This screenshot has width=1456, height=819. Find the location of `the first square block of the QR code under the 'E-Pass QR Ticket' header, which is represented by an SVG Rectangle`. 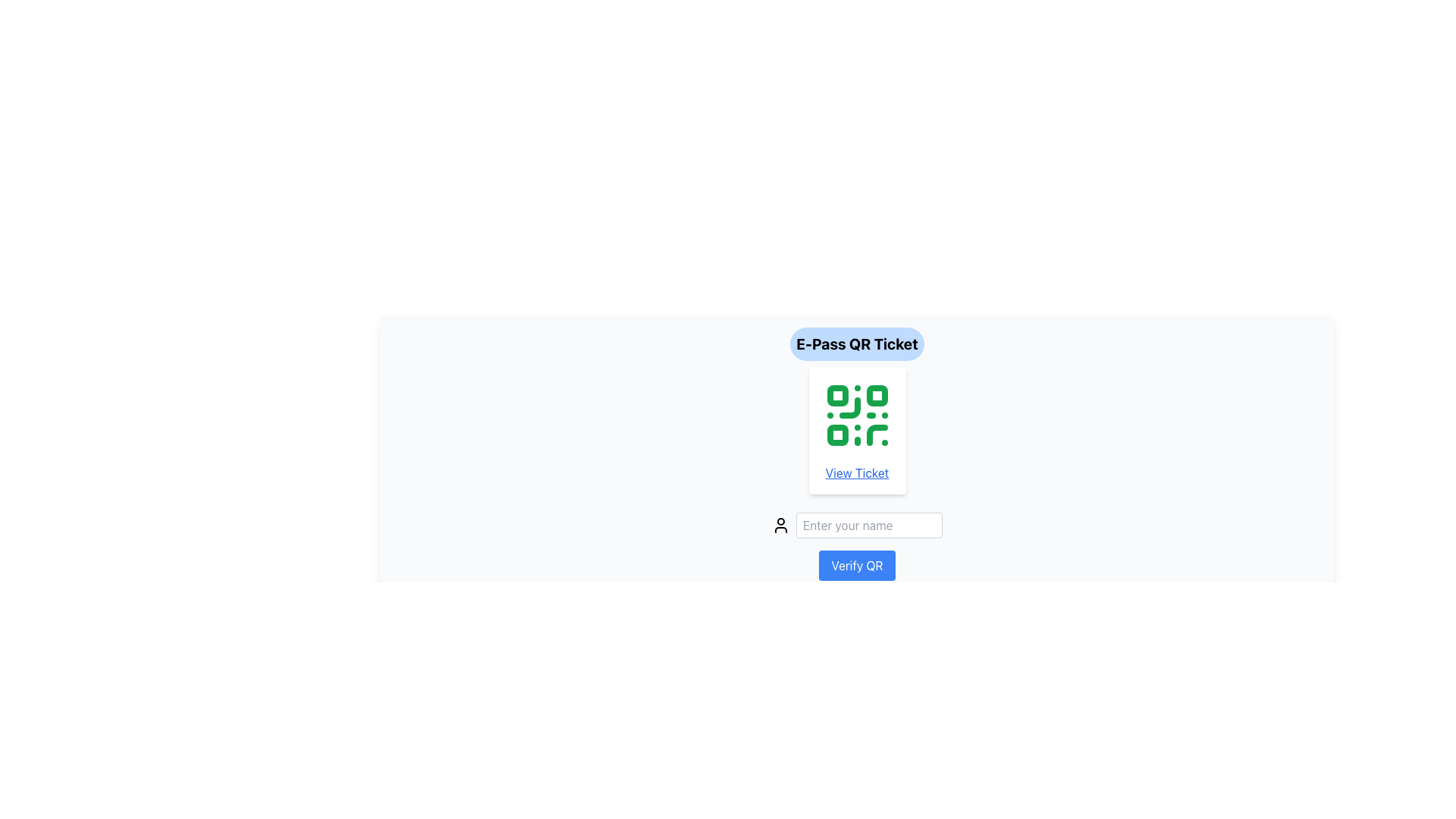

the first square block of the QR code under the 'E-Pass QR Ticket' header, which is represented by an SVG Rectangle is located at coordinates (836, 394).